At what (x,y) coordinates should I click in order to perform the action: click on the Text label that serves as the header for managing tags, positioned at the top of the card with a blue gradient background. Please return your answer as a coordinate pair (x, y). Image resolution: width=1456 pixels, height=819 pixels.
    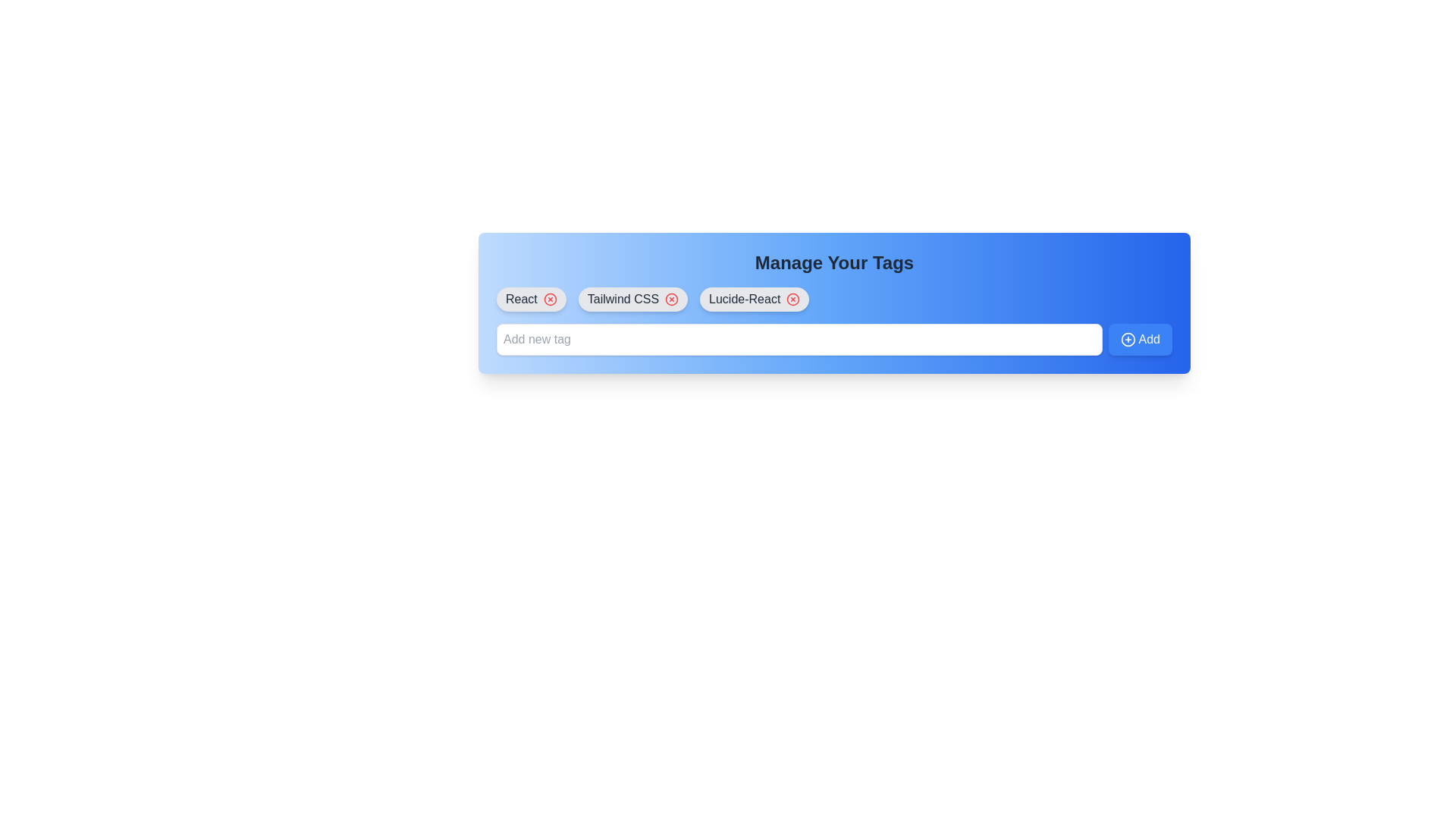
    Looking at the image, I should click on (833, 262).